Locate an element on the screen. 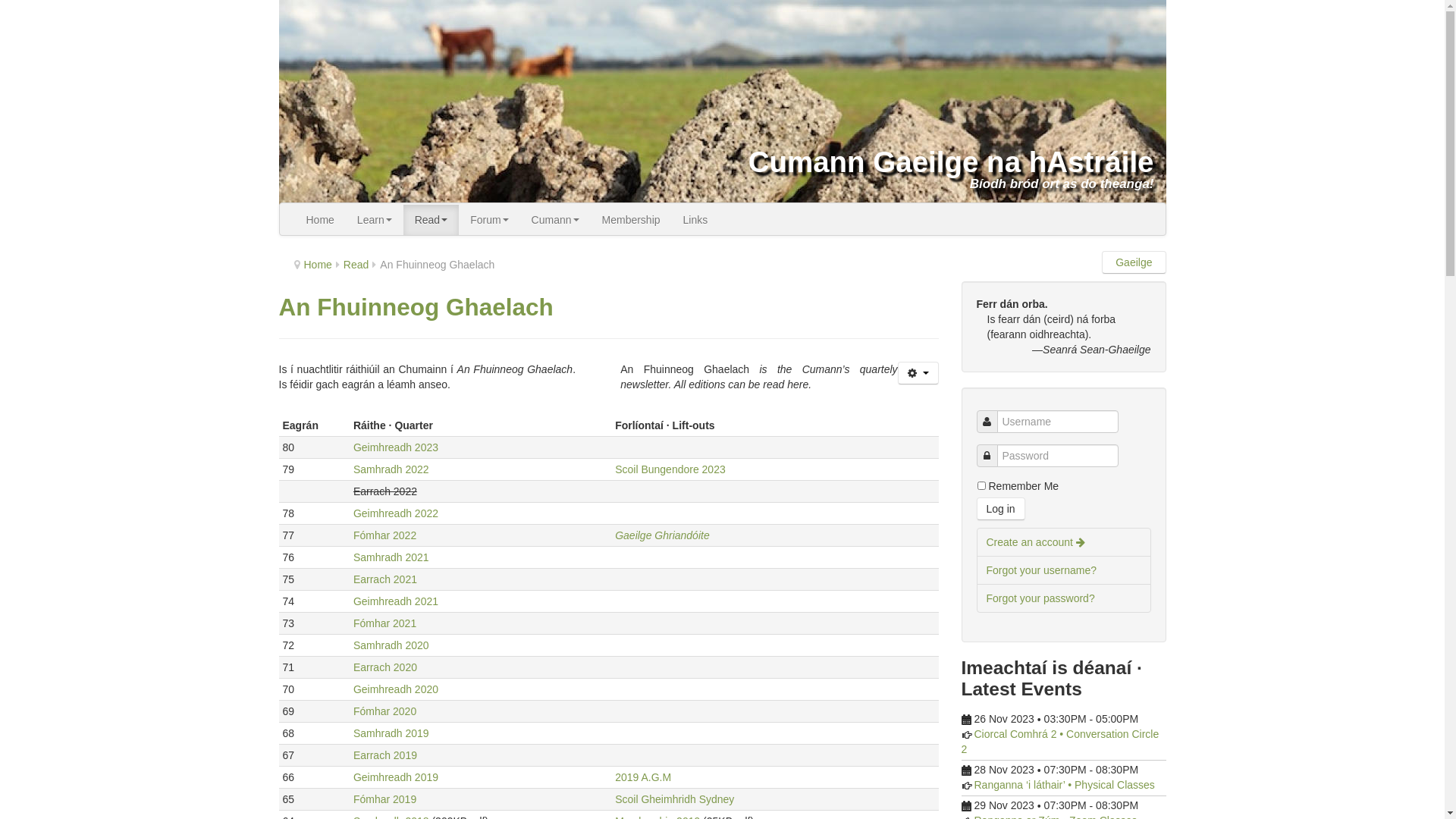 This screenshot has width=1456, height=819. 'Gaeilge' is located at coordinates (1133, 262).